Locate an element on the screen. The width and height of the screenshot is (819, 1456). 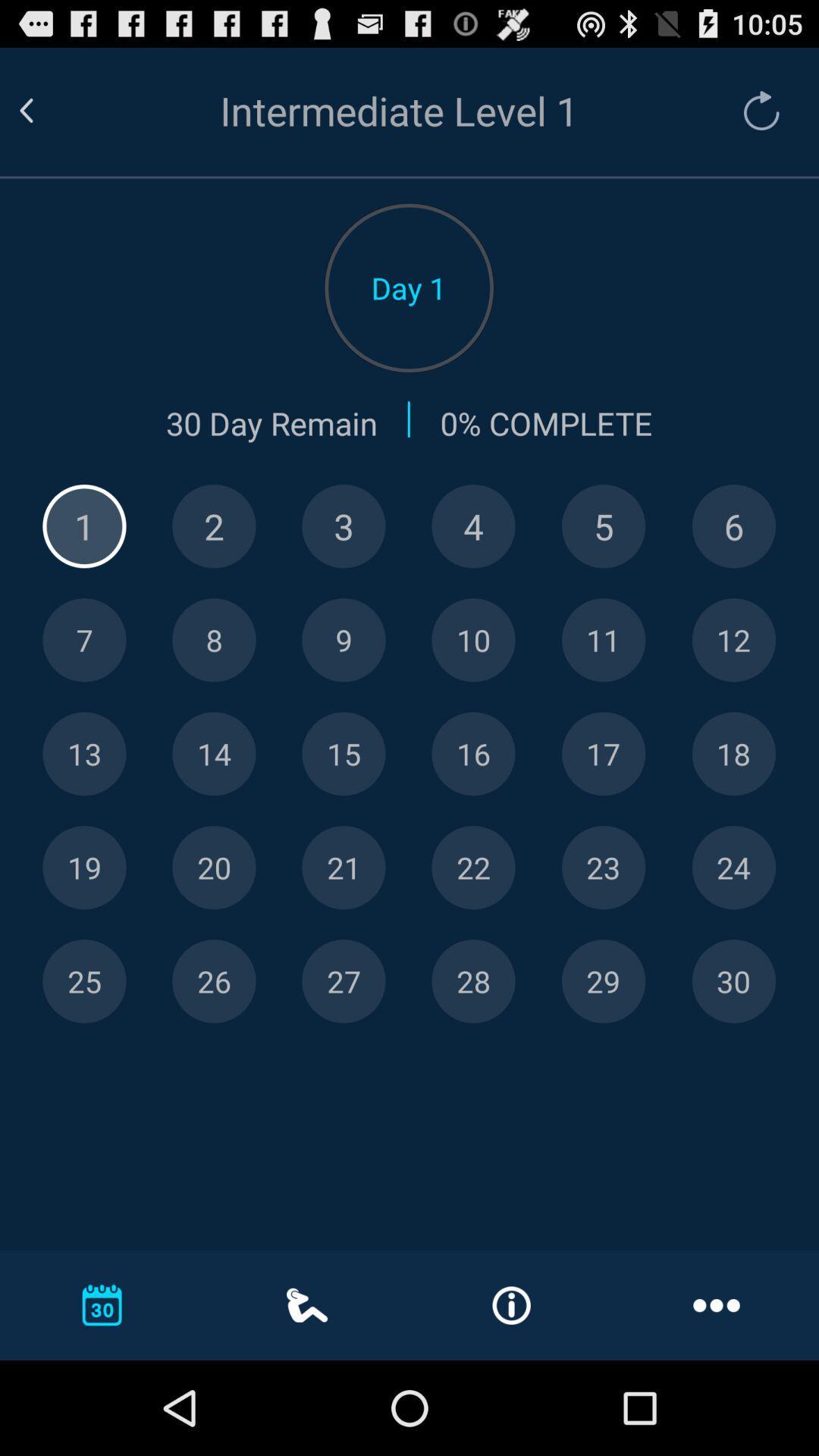
this date is located at coordinates (603, 868).